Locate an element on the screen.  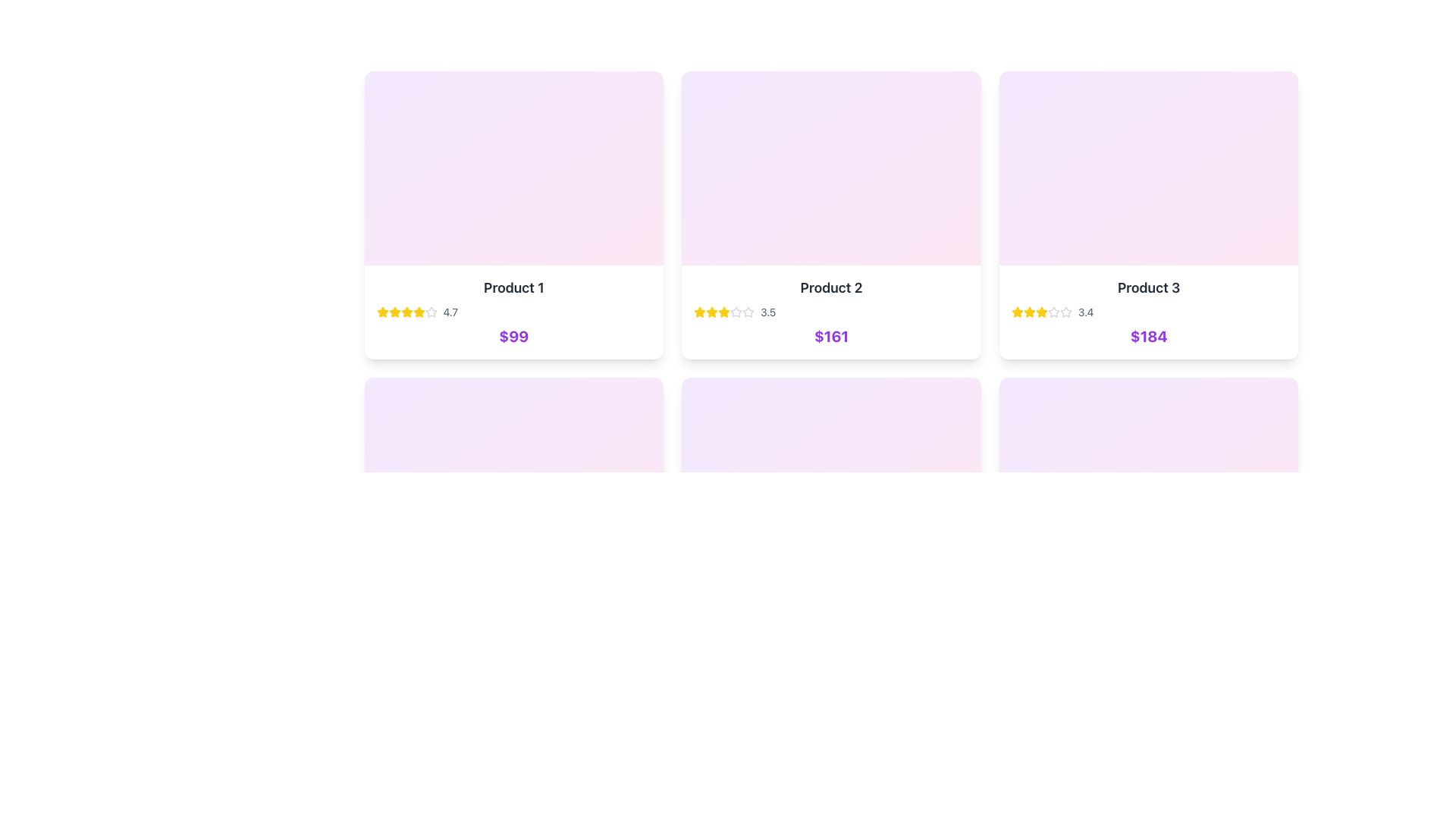
the second product Information card in a horizontal list of three cards, which contains a summary of the product including its name, rating, and price is located at coordinates (830, 312).